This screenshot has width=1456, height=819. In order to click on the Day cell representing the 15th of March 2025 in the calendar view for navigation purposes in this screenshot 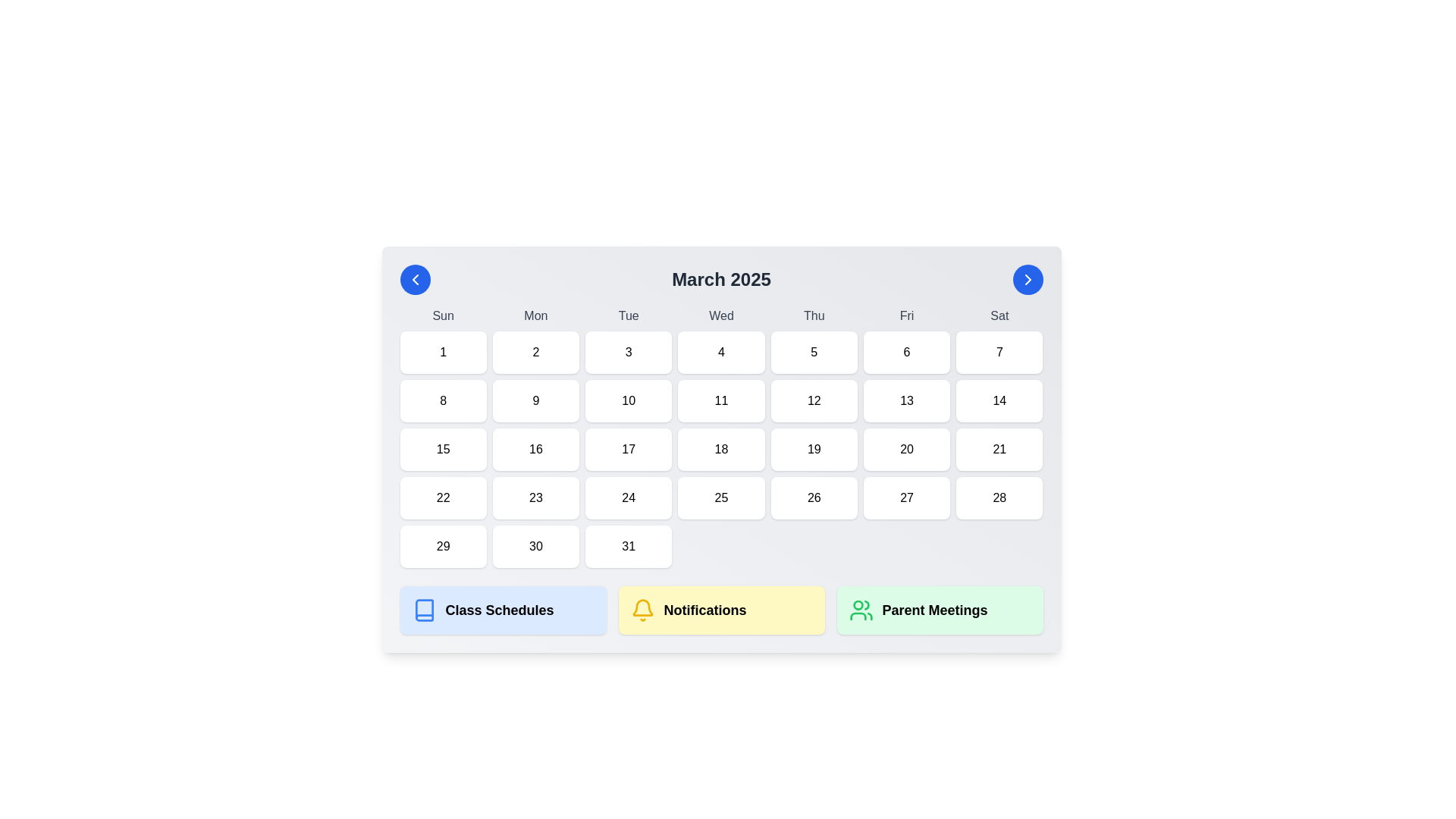, I will do `click(442, 449)`.